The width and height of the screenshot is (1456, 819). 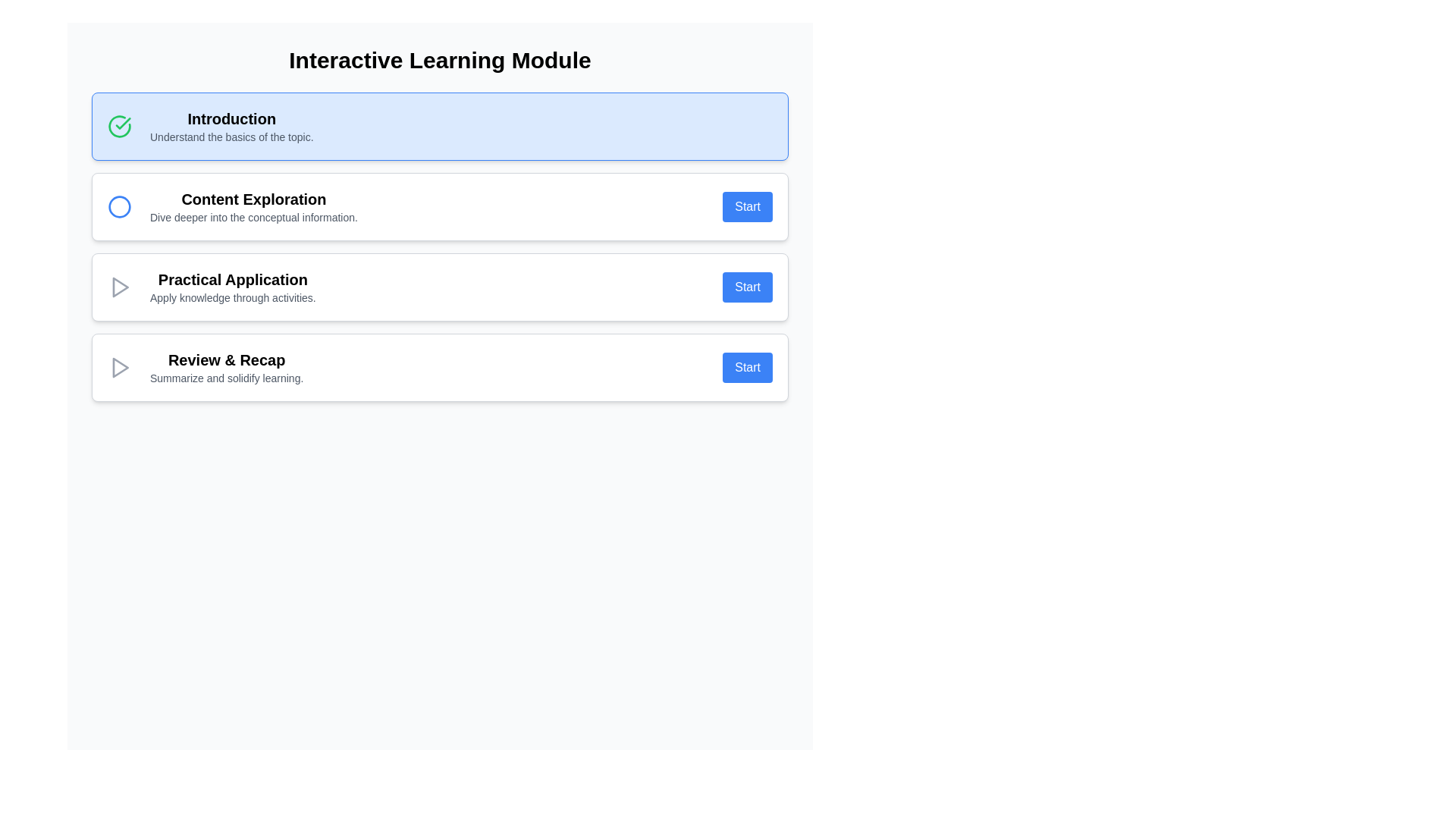 I want to click on the decorative SVG-based icon representing the 'Content Exploration' section, located to the left of the 'Content Exploration' title text, so click(x=119, y=207).